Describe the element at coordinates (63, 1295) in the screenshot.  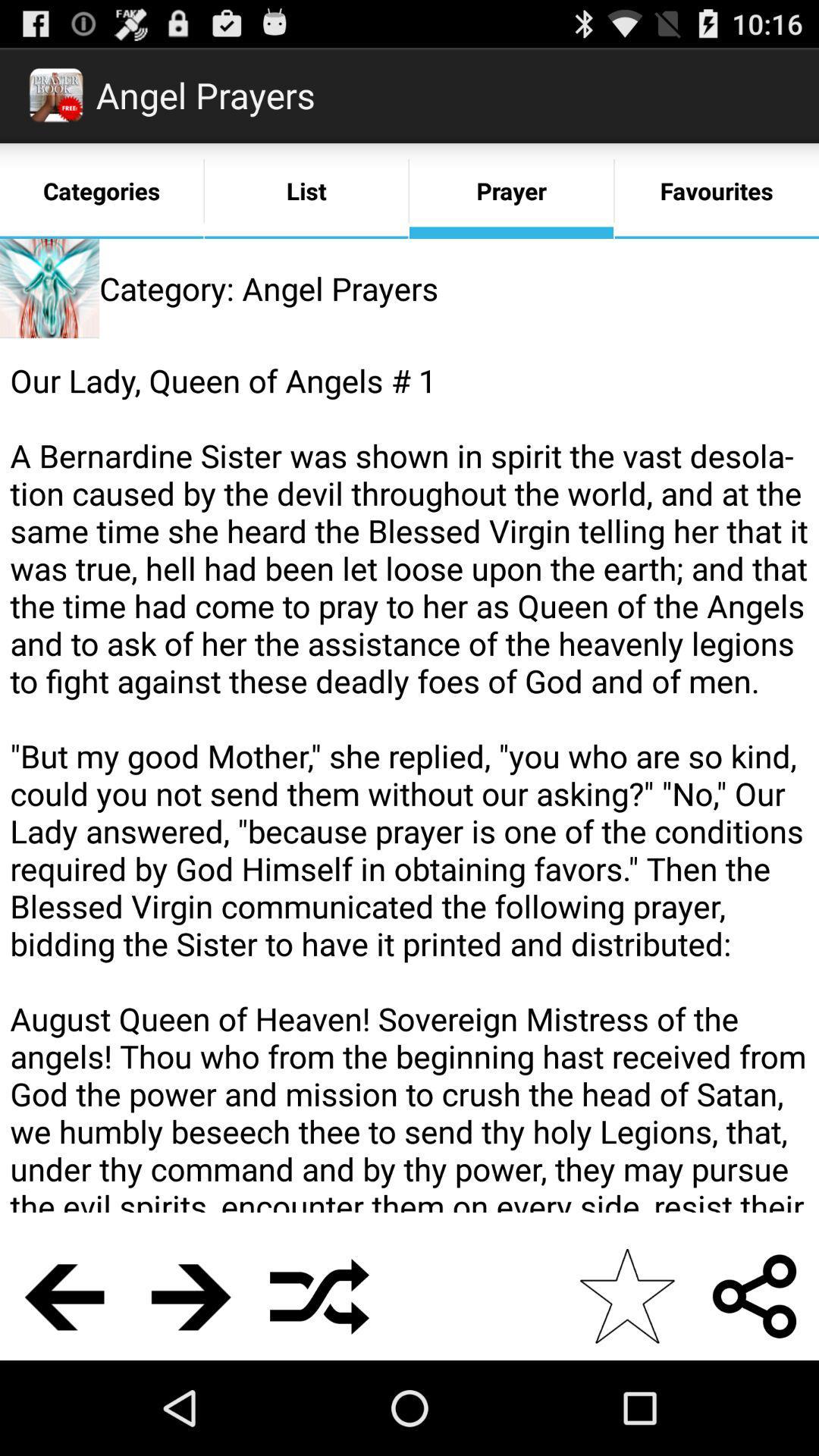
I see `previous` at that location.